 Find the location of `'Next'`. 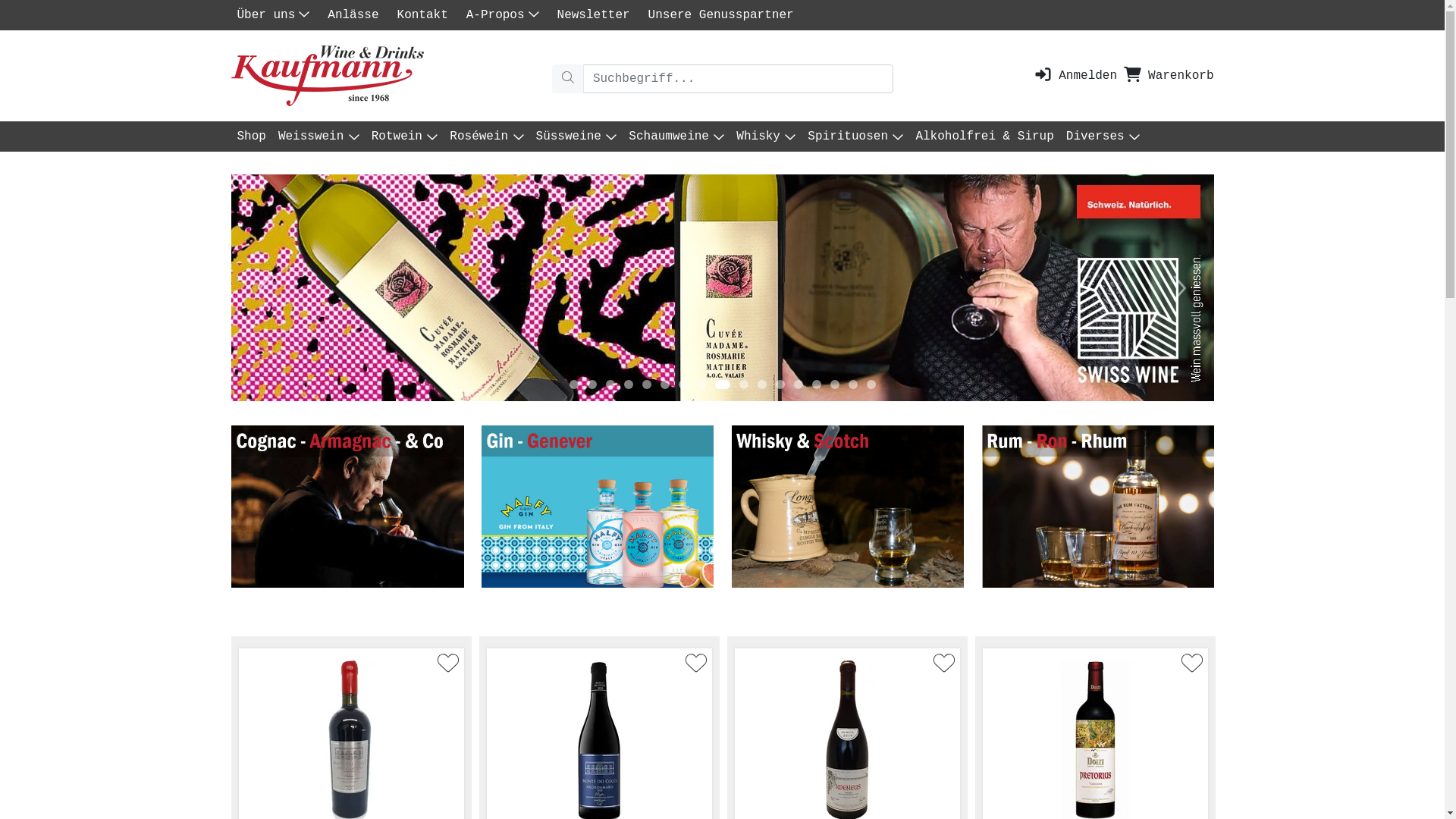

'Next' is located at coordinates (1178, 287).